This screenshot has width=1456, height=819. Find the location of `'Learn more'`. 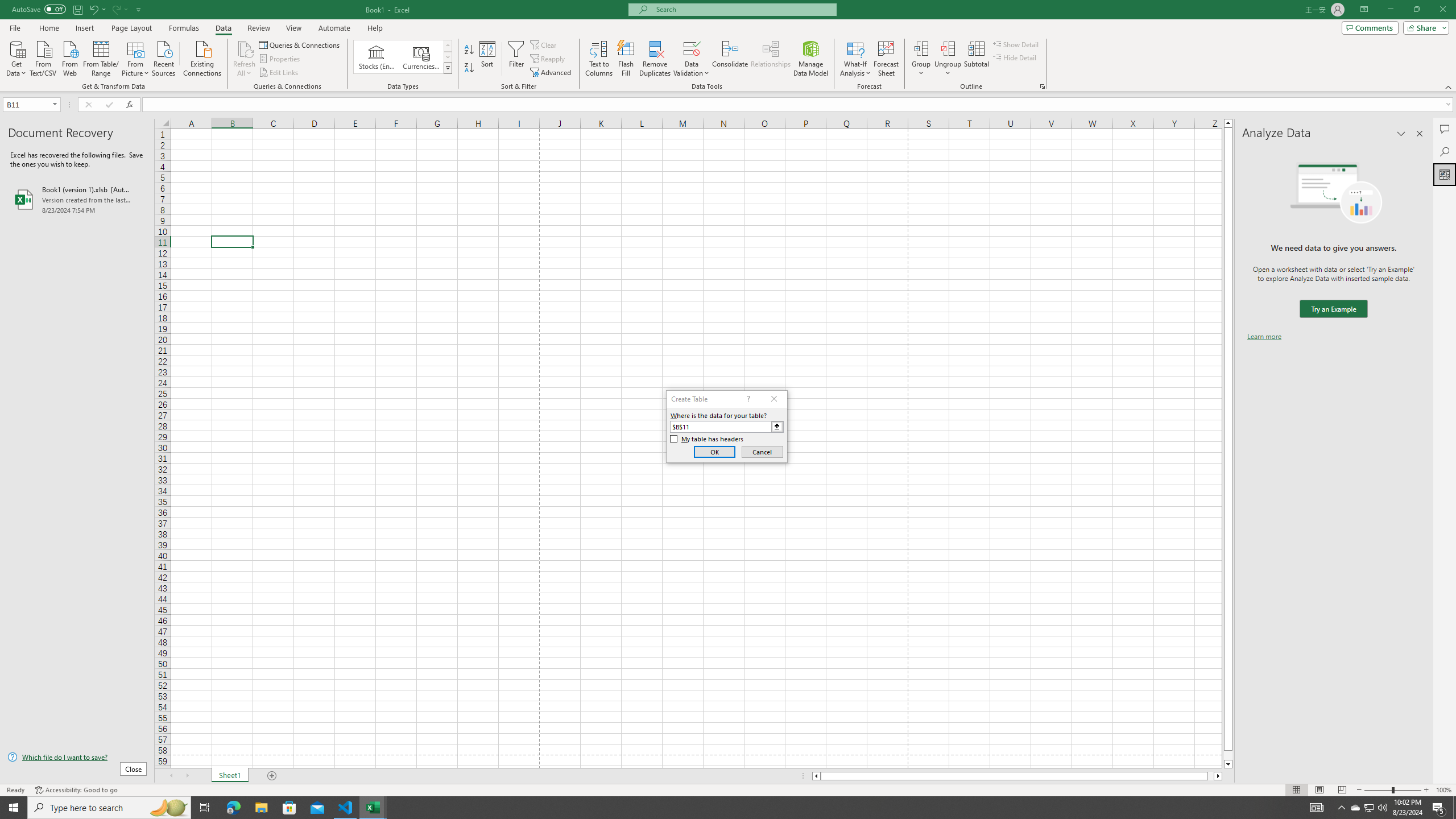

'Learn more' is located at coordinates (1264, 336).